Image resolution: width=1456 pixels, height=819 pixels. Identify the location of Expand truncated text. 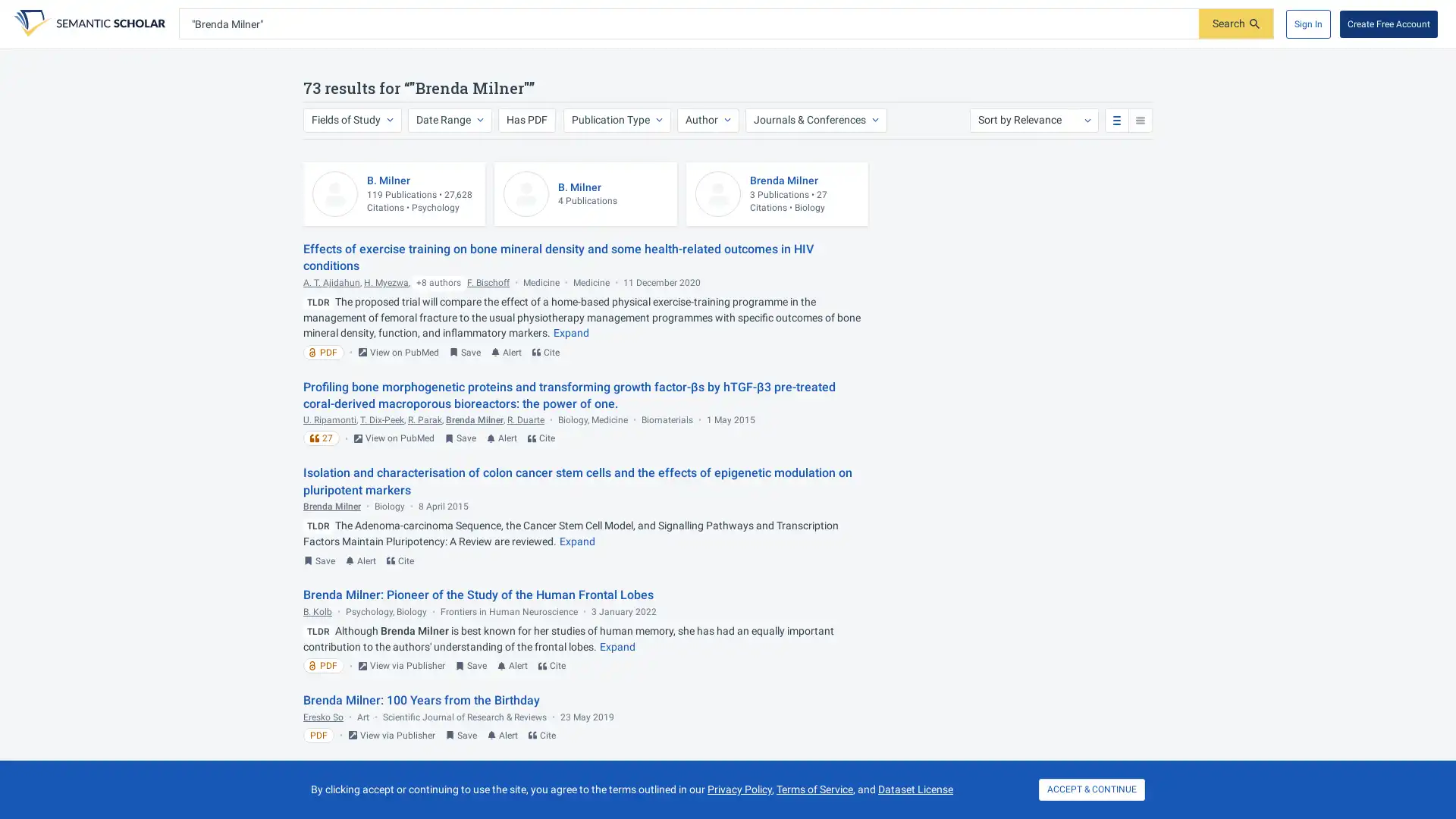
(617, 646).